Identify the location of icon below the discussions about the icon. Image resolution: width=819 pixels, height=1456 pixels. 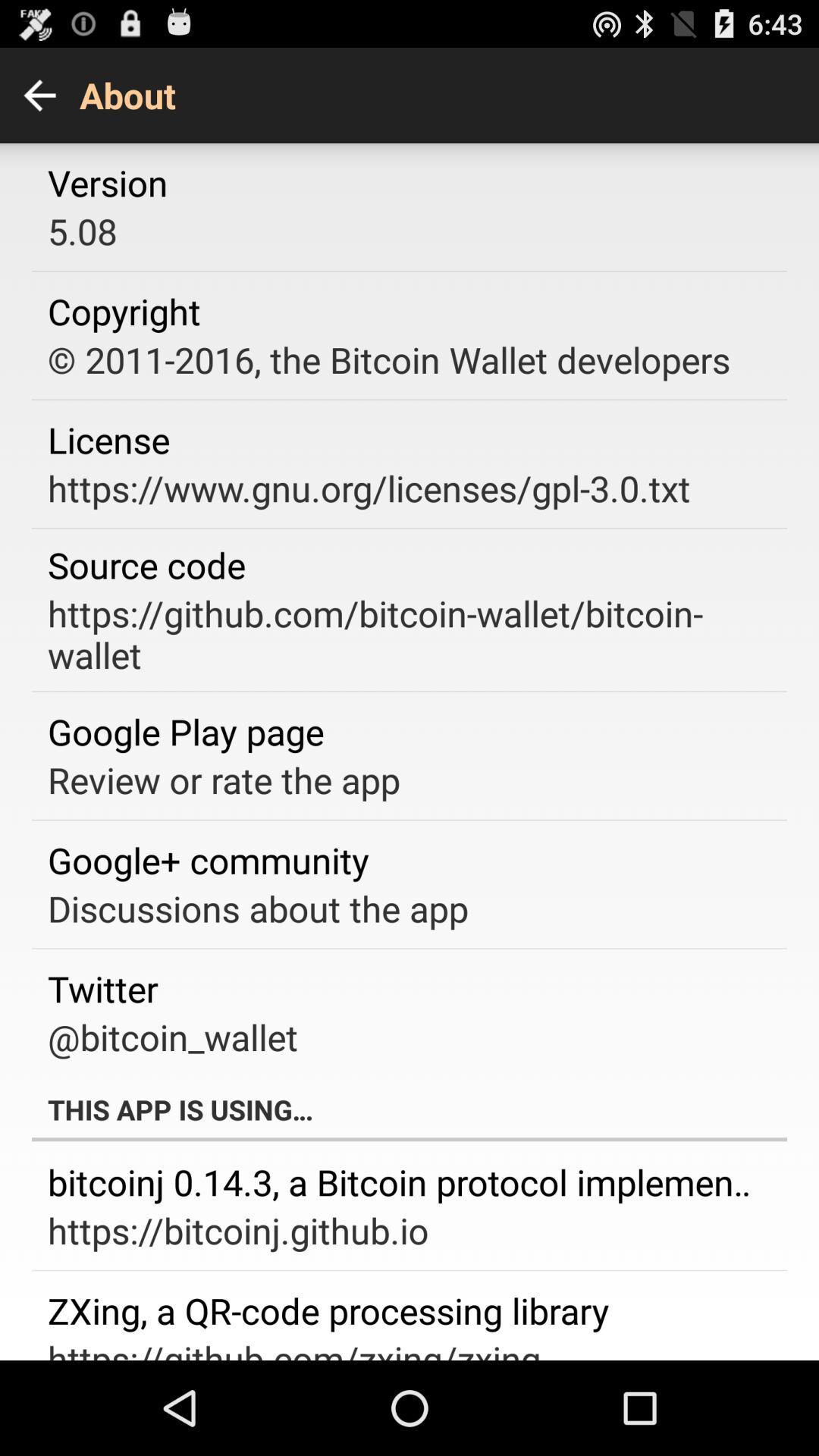
(102, 988).